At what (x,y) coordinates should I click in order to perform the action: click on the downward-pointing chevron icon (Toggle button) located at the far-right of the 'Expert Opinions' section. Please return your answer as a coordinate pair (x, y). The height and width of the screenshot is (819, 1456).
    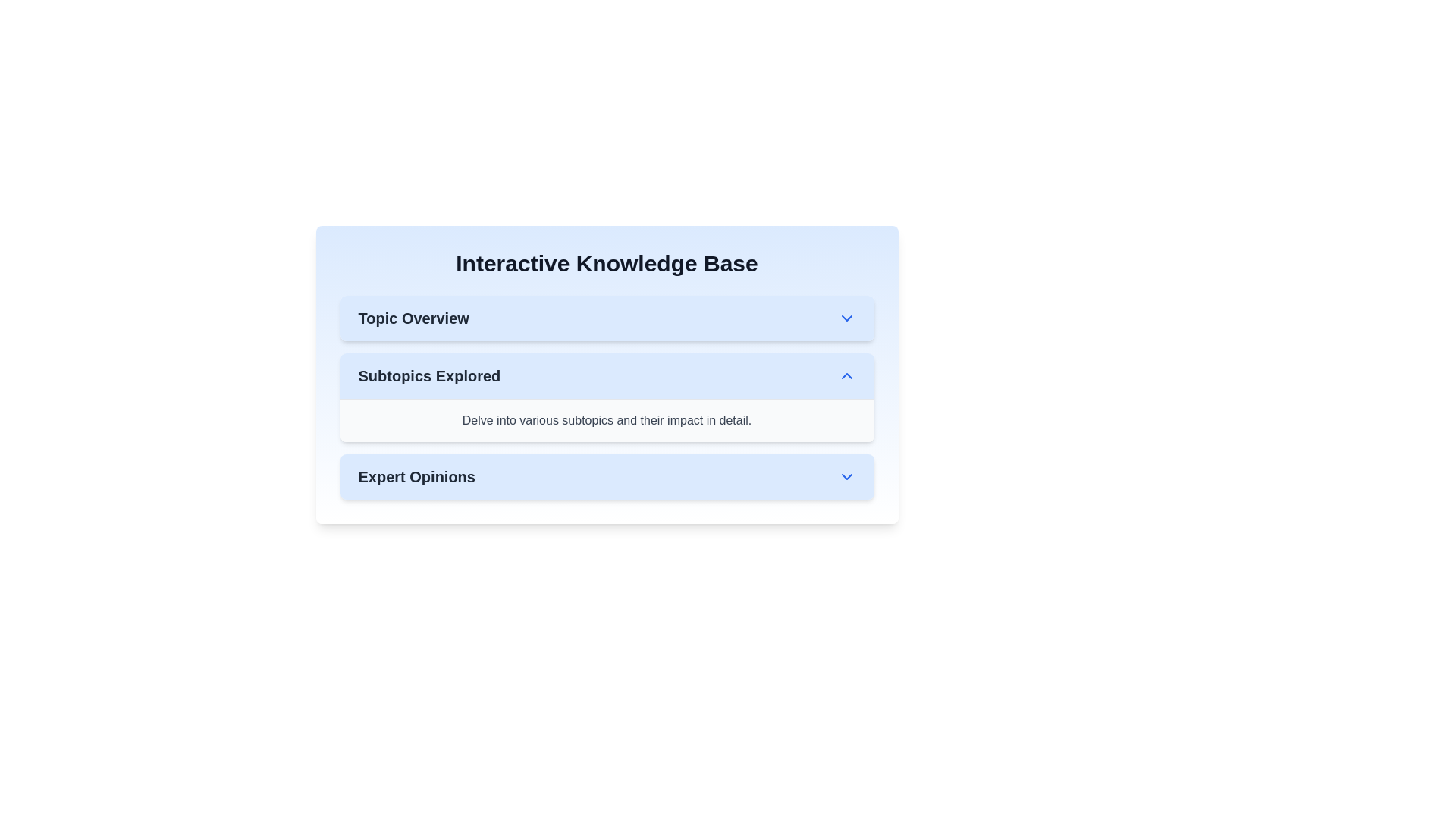
    Looking at the image, I should click on (846, 475).